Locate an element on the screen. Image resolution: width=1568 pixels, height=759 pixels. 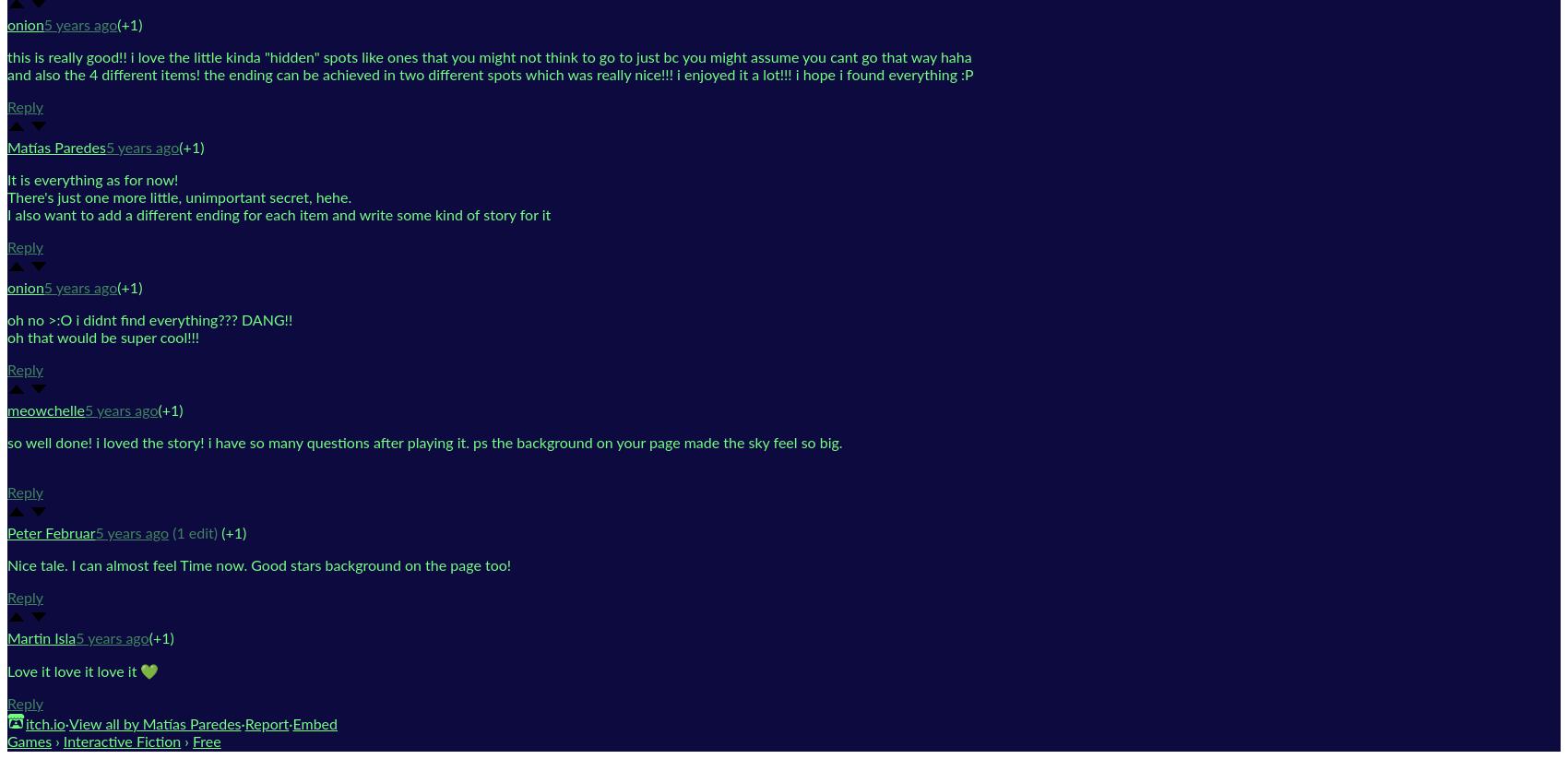
'Embed' is located at coordinates (314, 722).